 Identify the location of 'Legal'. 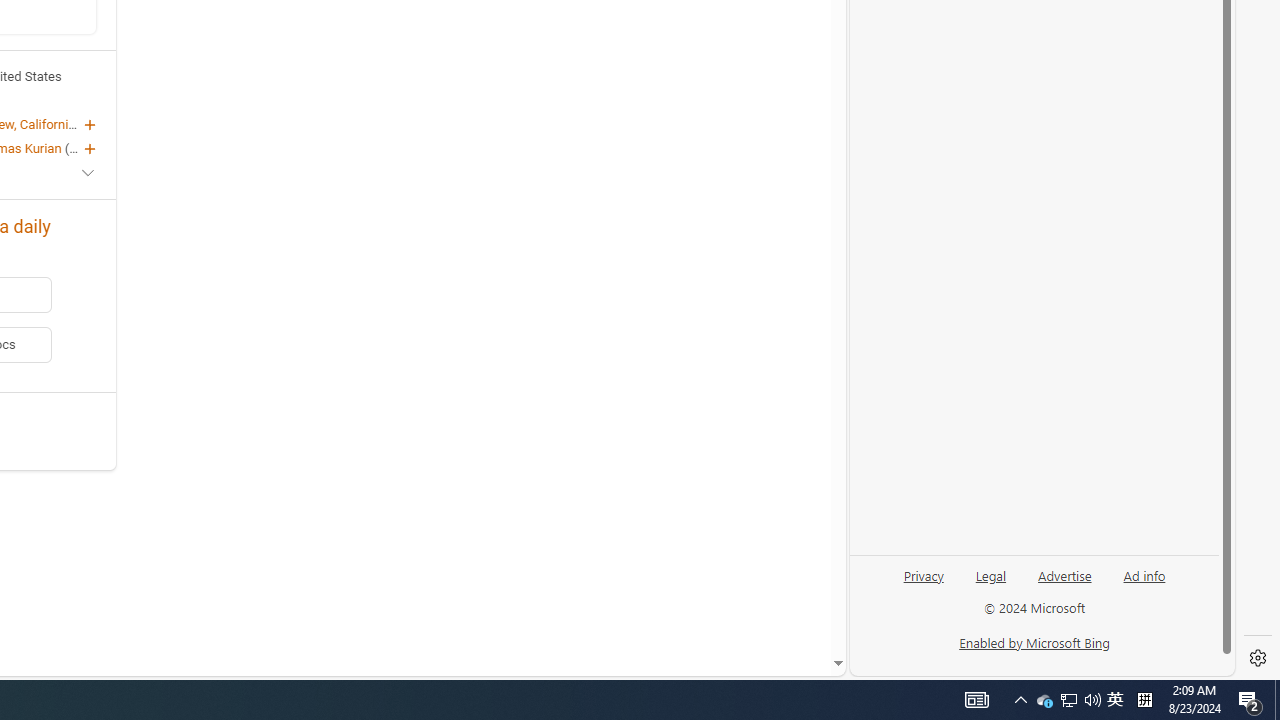
(990, 583).